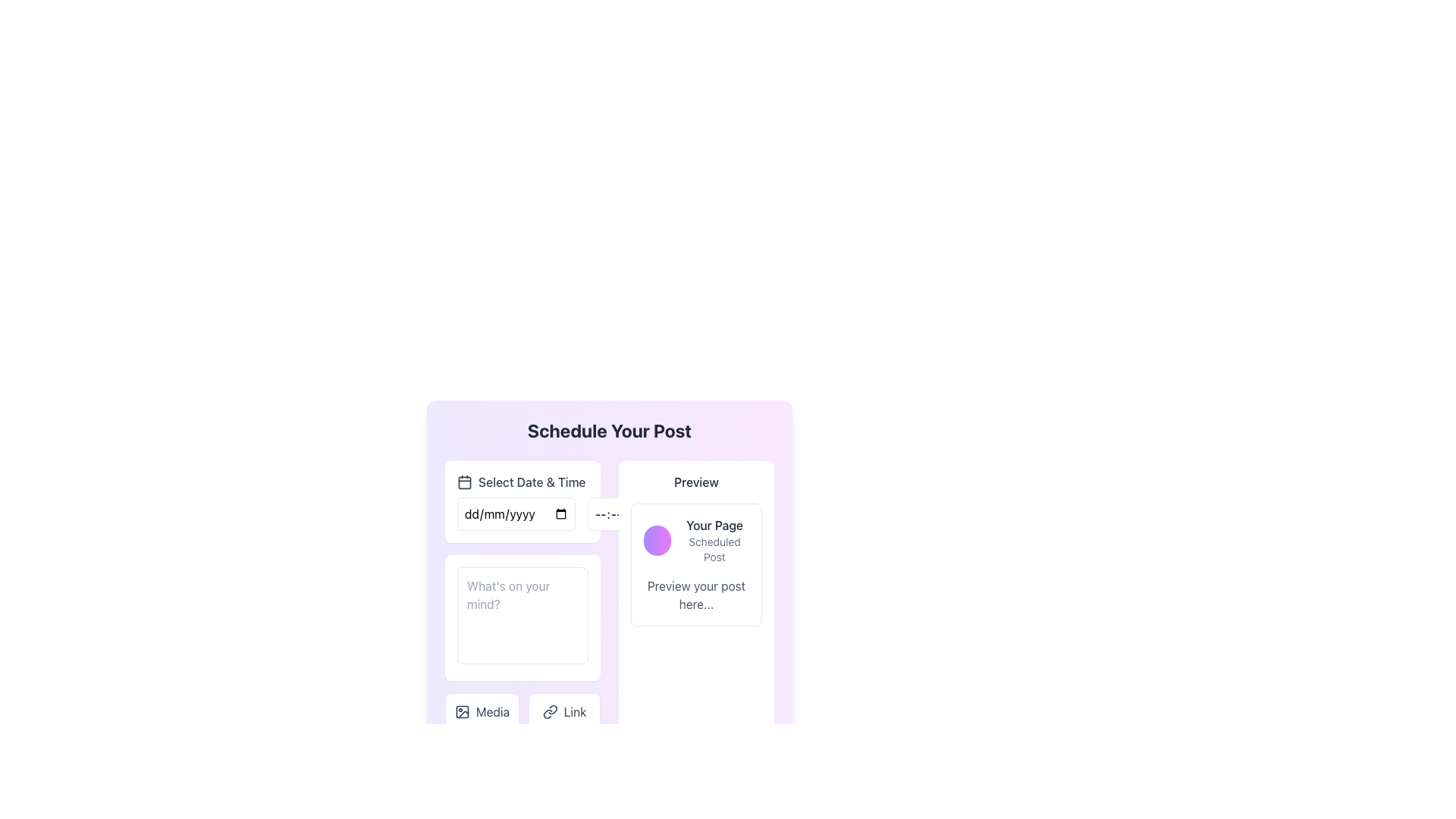 This screenshot has width=1456, height=819. I want to click on the calendar icon located on the right side of the date input field within the Combined component, so click(522, 513).